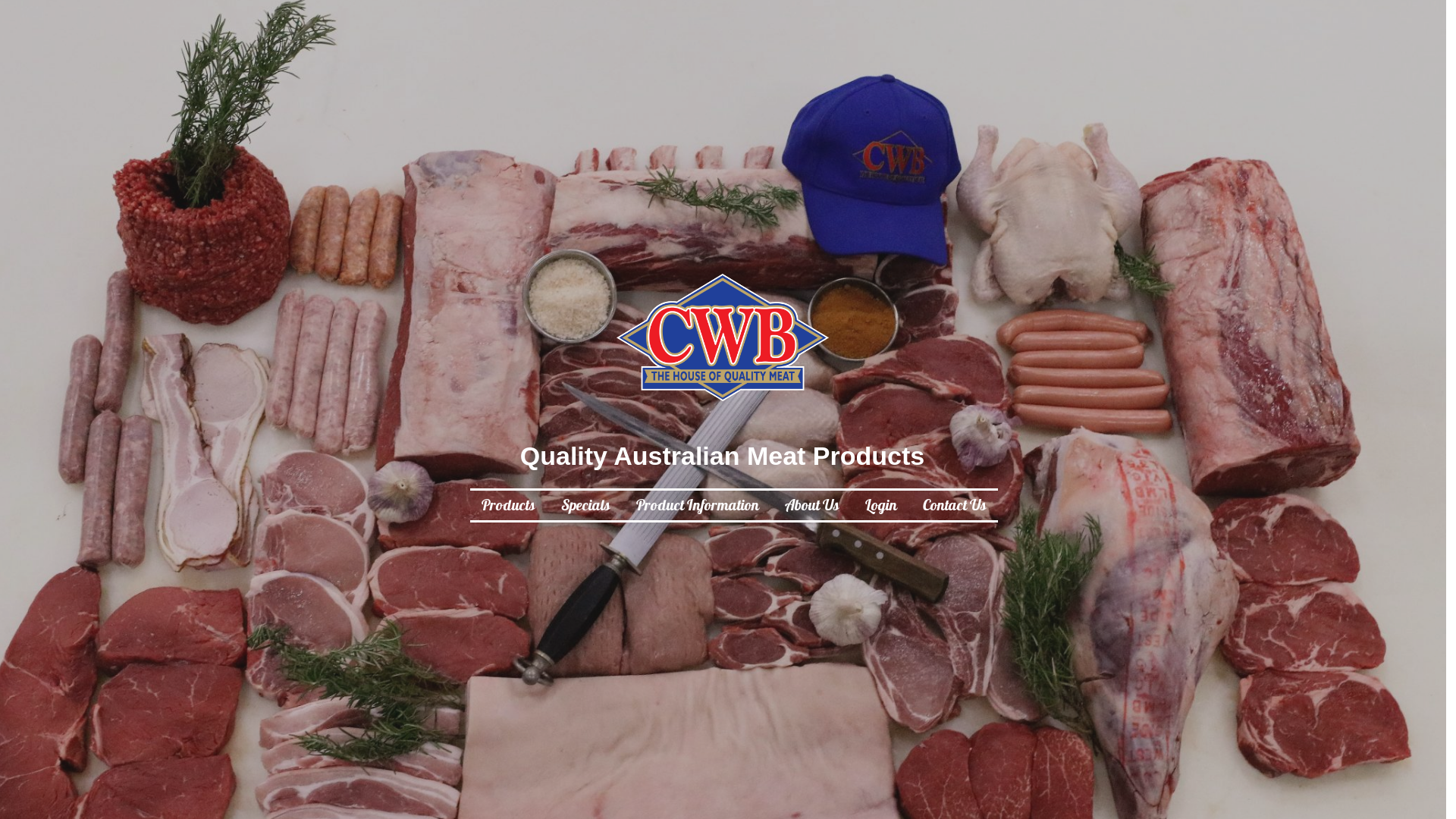 The height and width of the screenshot is (819, 1456). Describe the element at coordinates (585, 507) in the screenshot. I see `'Specials'` at that location.